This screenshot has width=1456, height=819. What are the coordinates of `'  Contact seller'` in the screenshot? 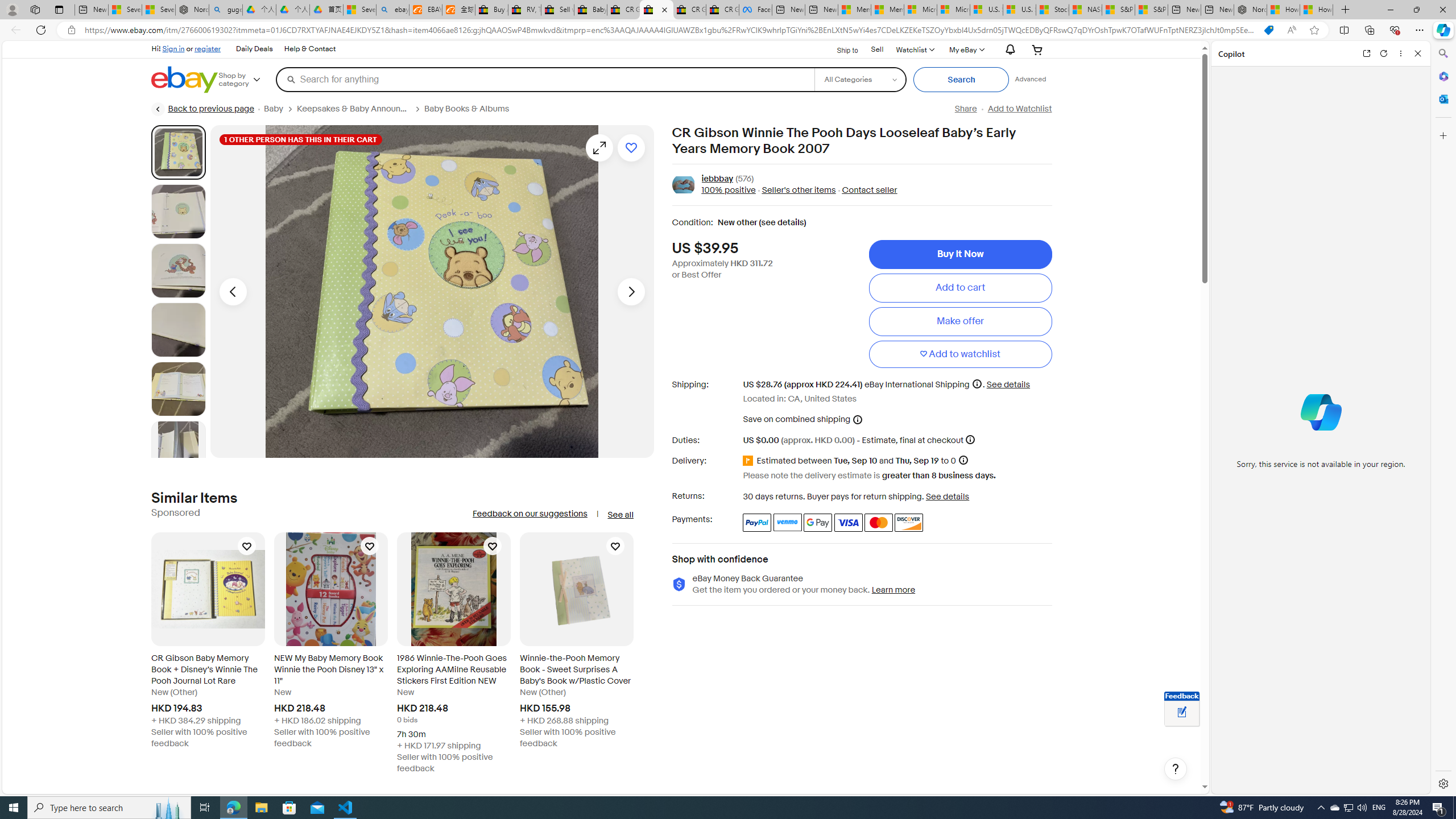 It's located at (866, 190).